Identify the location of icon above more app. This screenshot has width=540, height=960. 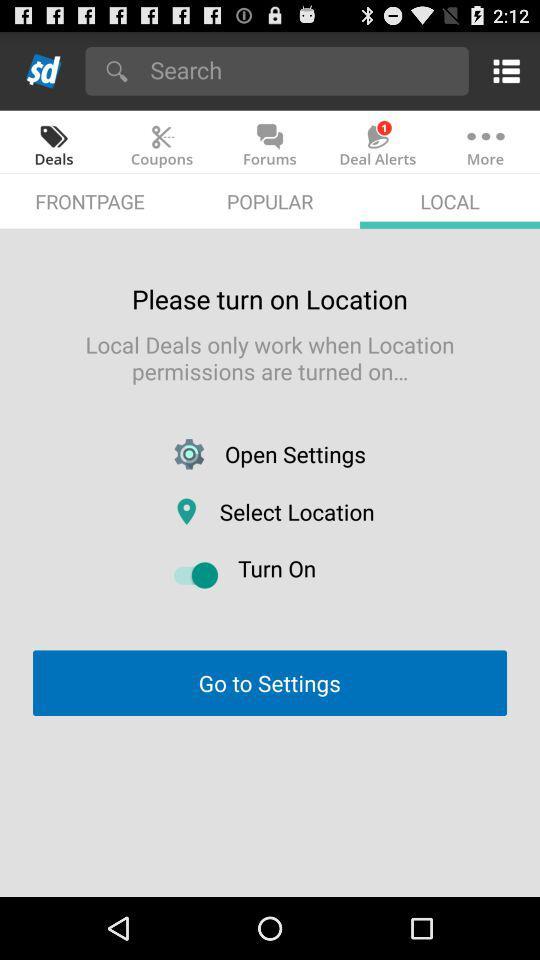
(502, 70).